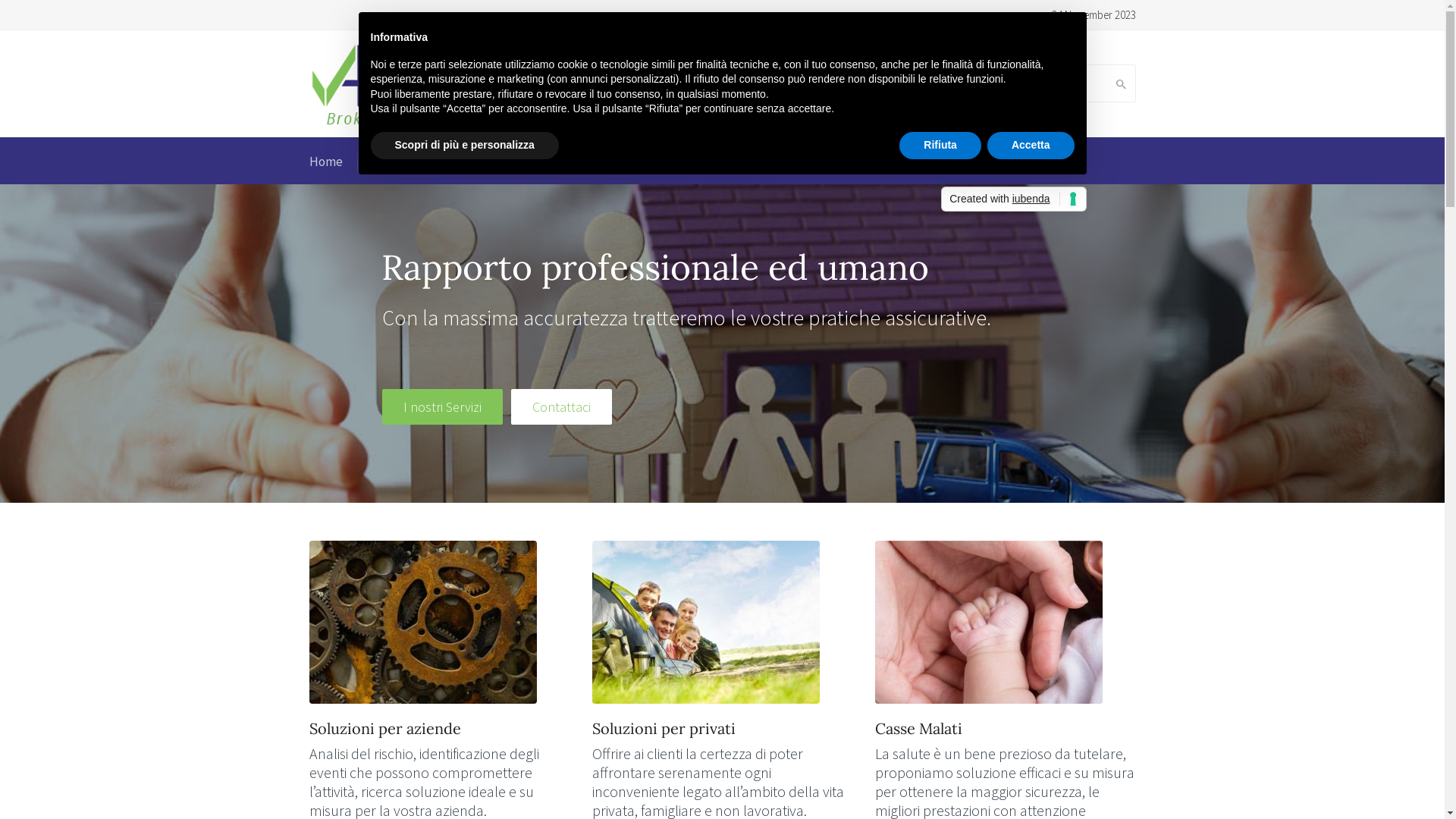 The width and height of the screenshot is (1456, 819). What do you see at coordinates (309, 162) in the screenshot?
I see `'Home'` at bounding box center [309, 162].